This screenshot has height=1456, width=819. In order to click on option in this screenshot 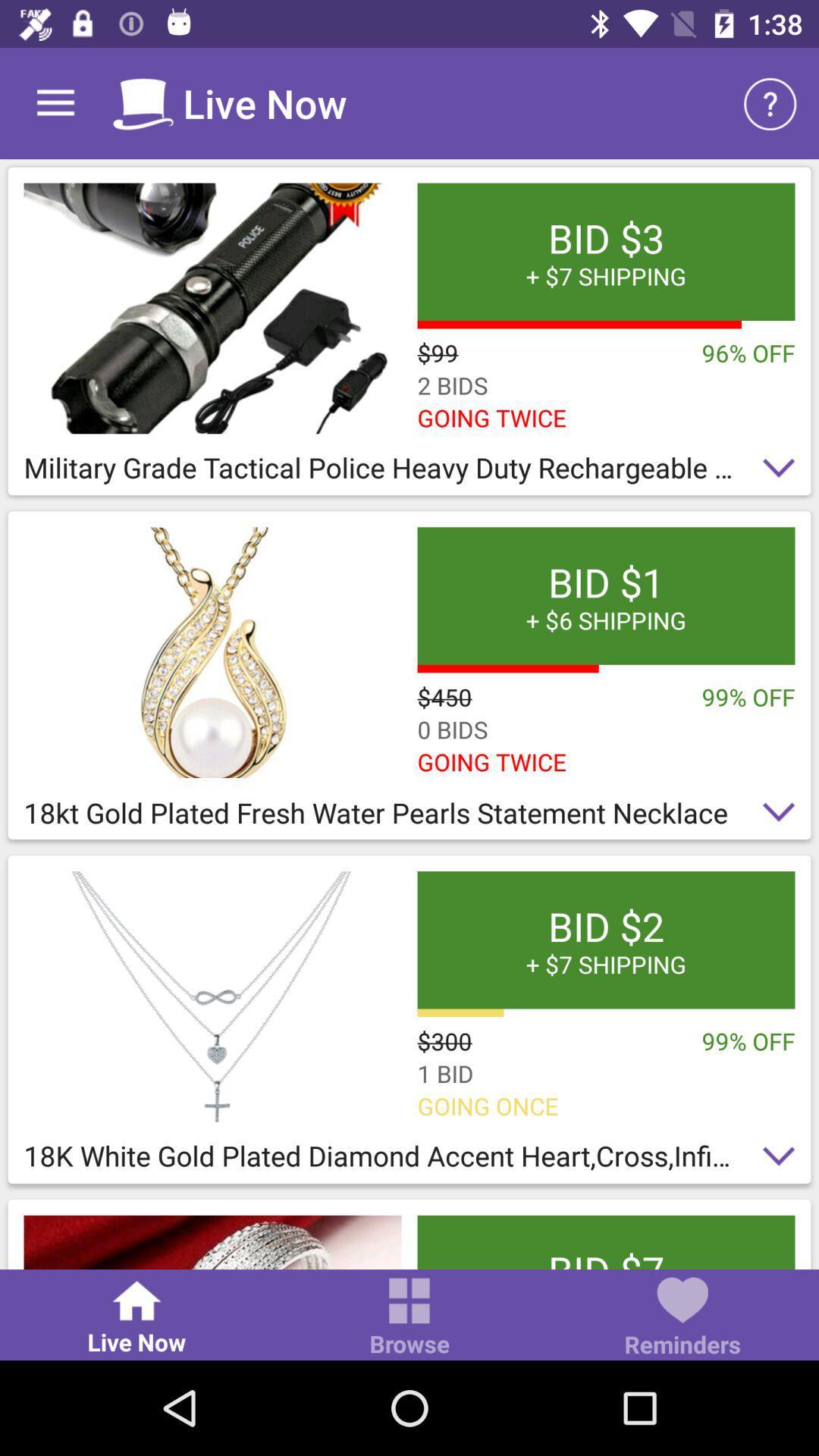, I will do `click(212, 307)`.